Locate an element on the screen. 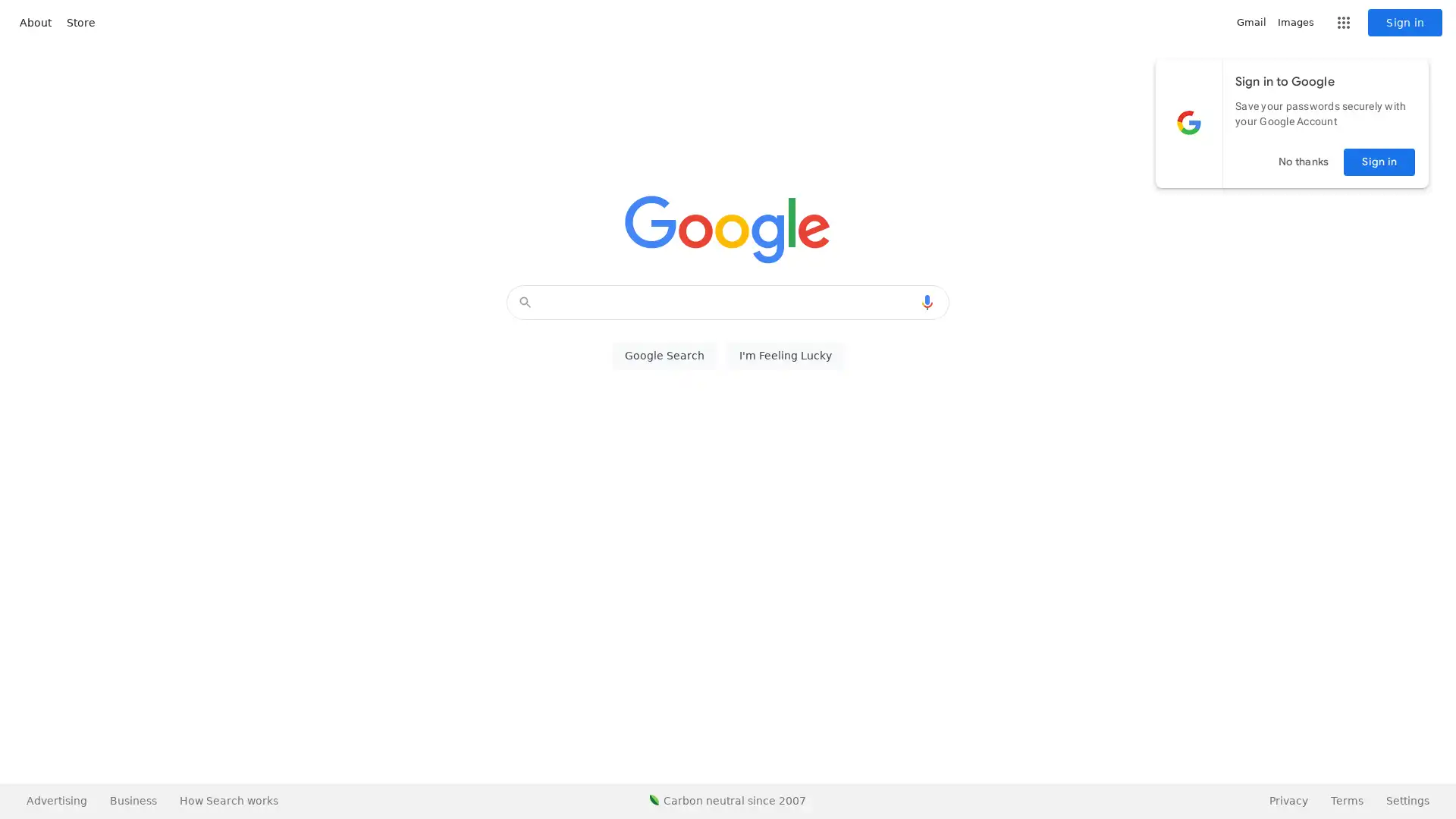 This screenshot has width=1456, height=819. Google apps is located at coordinates (1343, 23).